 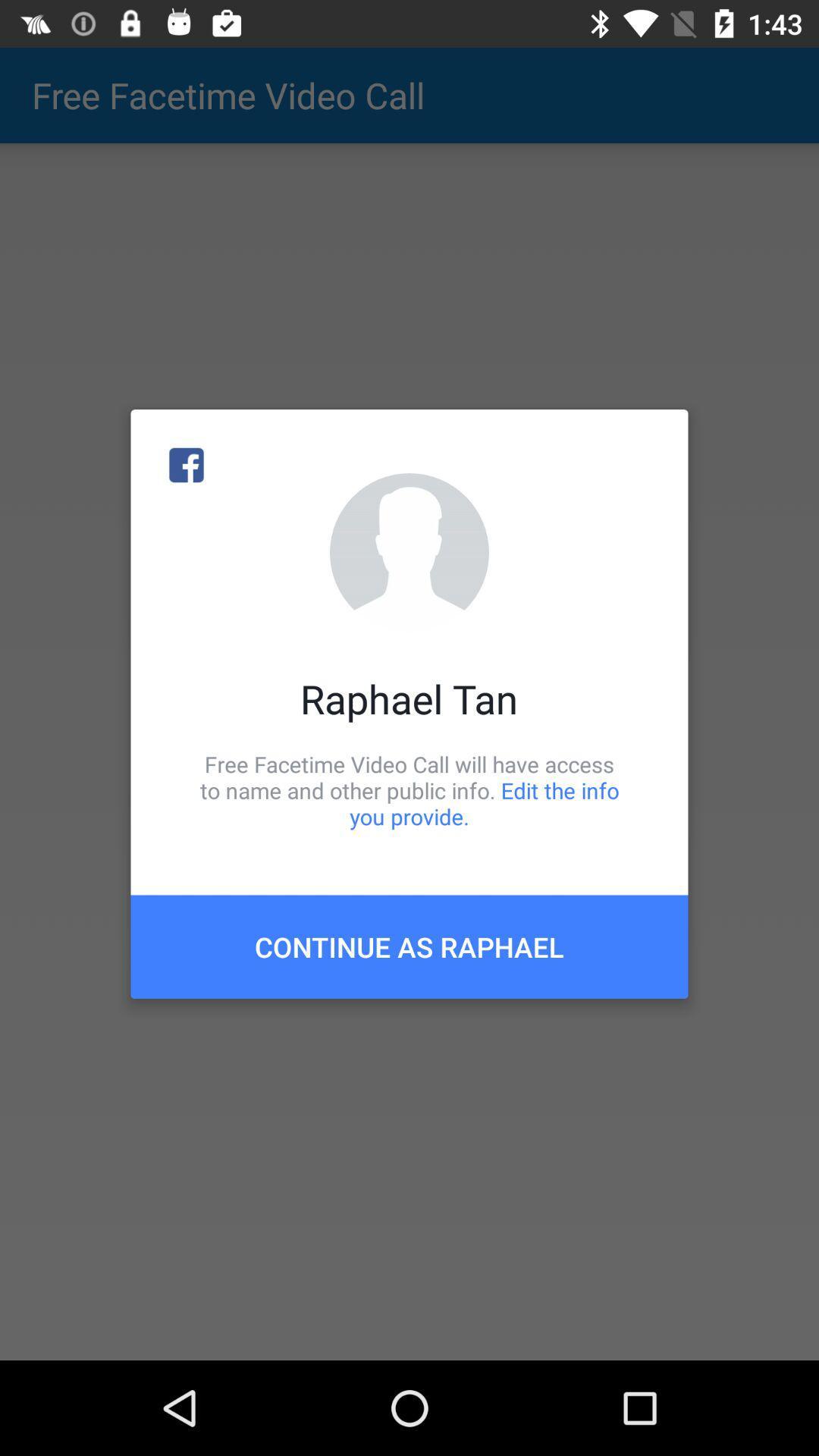 I want to click on the item below raphael tan, so click(x=409, y=789).